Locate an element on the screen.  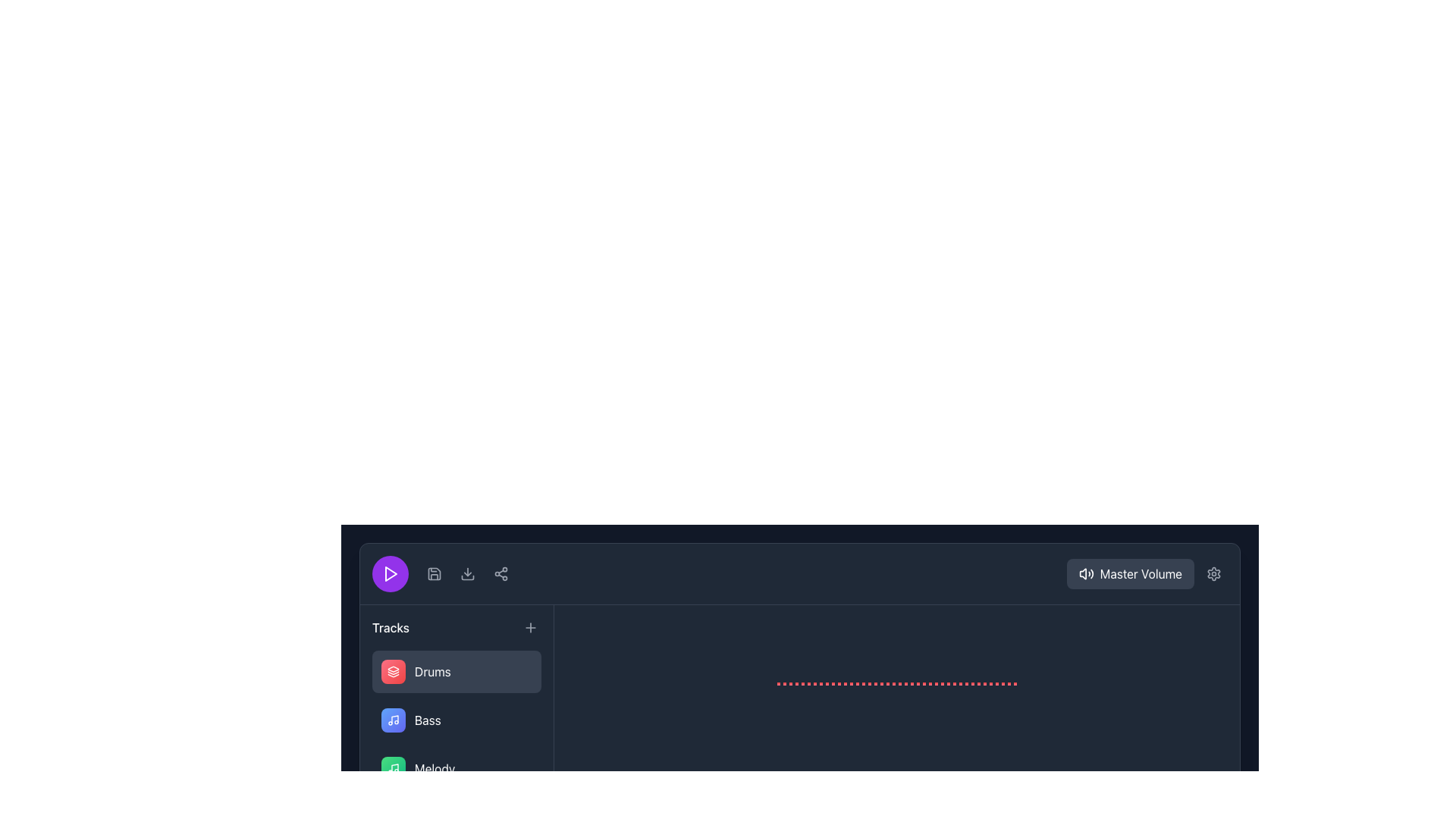
the small square-shaped button with rounded corners located at the far-right end of the 'Bass' track row is located at coordinates (523, 719).